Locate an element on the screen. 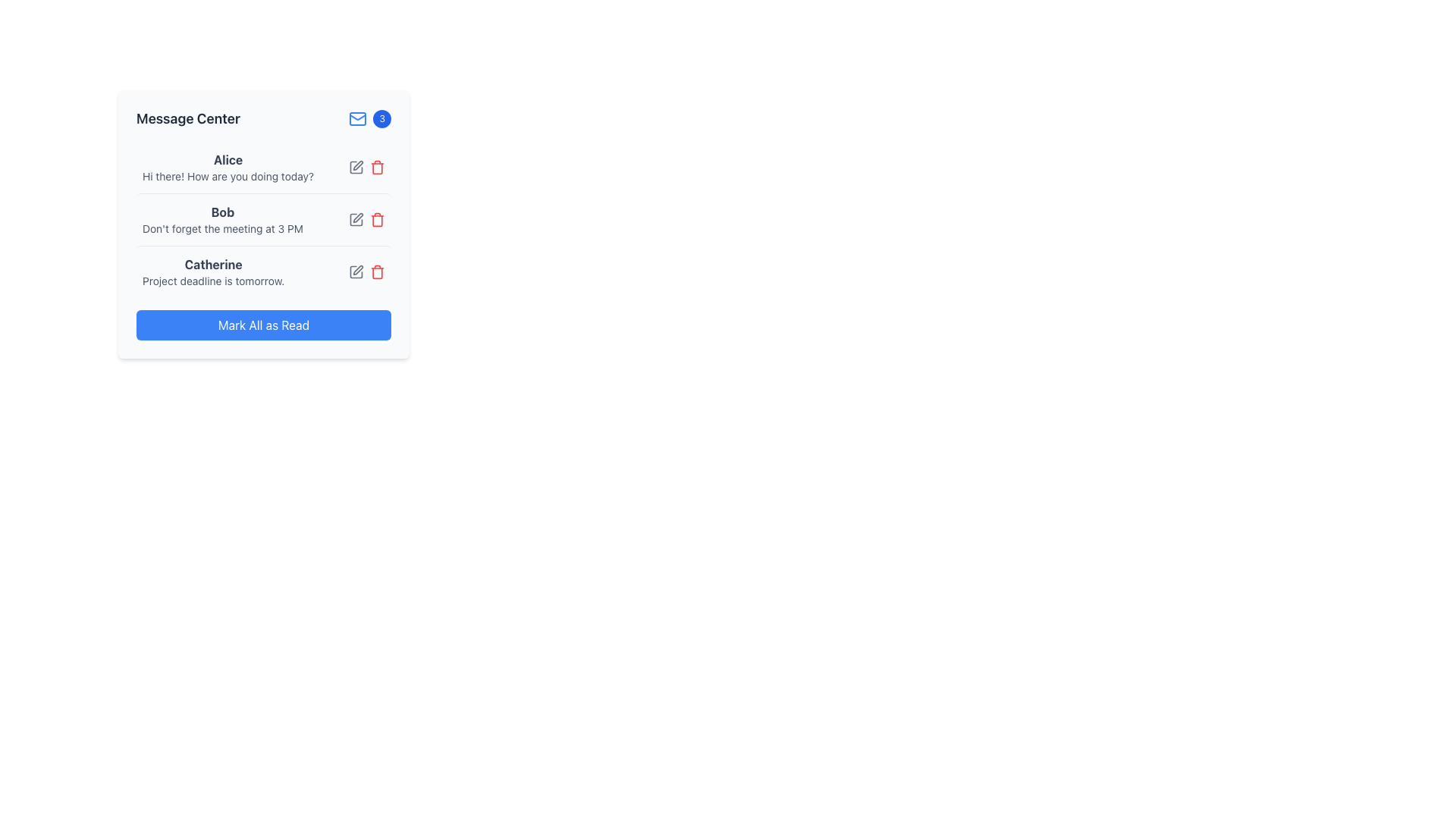 This screenshot has width=1456, height=819. the informative text label associated with 'Catherine', which is located below the name 'Catherine' and adjacent to action icons is located at coordinates (212, 281).